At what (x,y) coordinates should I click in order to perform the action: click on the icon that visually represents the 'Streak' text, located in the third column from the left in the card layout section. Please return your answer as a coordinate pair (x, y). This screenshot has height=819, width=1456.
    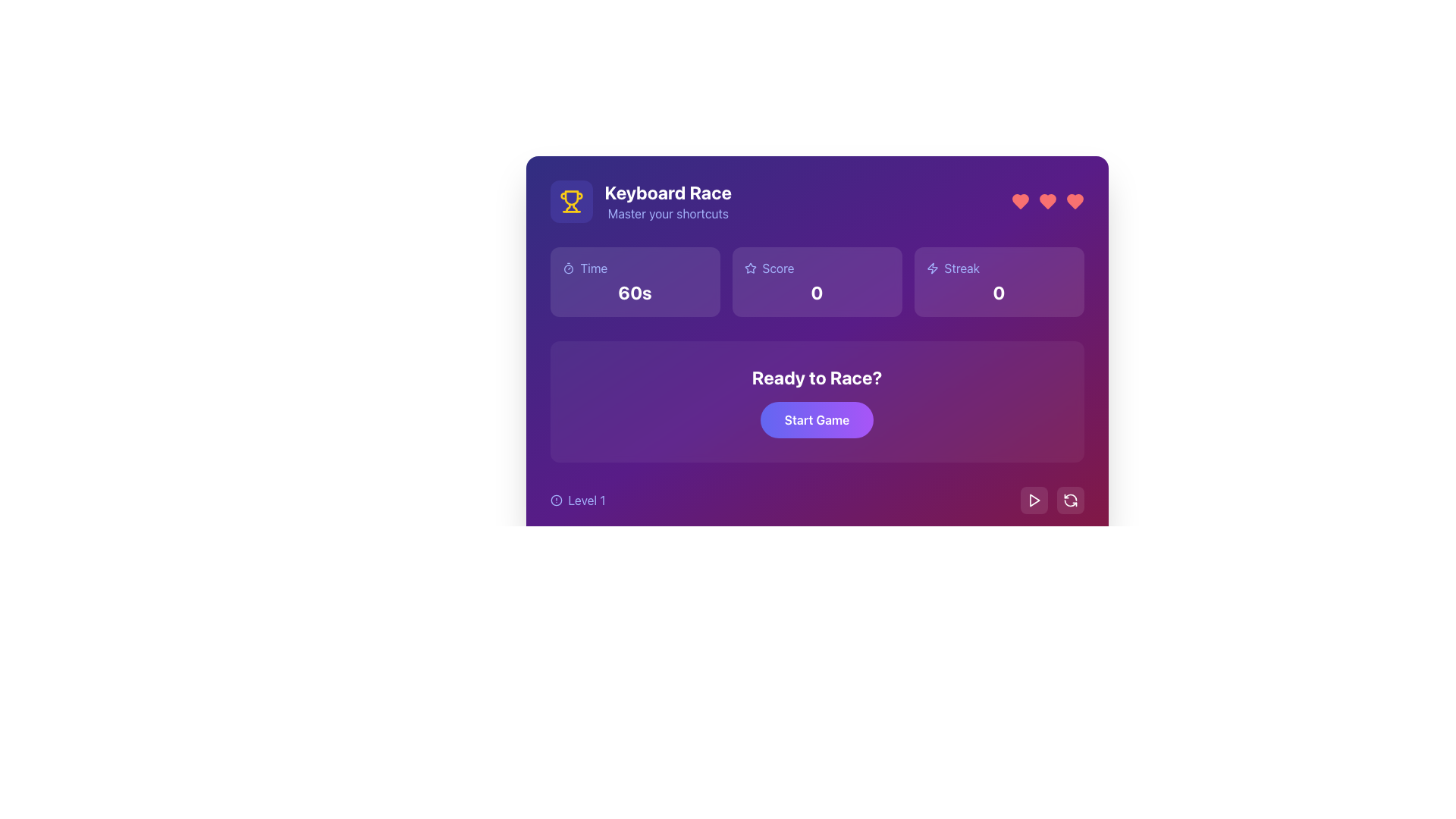
    Looking at the image, I should click on (931, 268).